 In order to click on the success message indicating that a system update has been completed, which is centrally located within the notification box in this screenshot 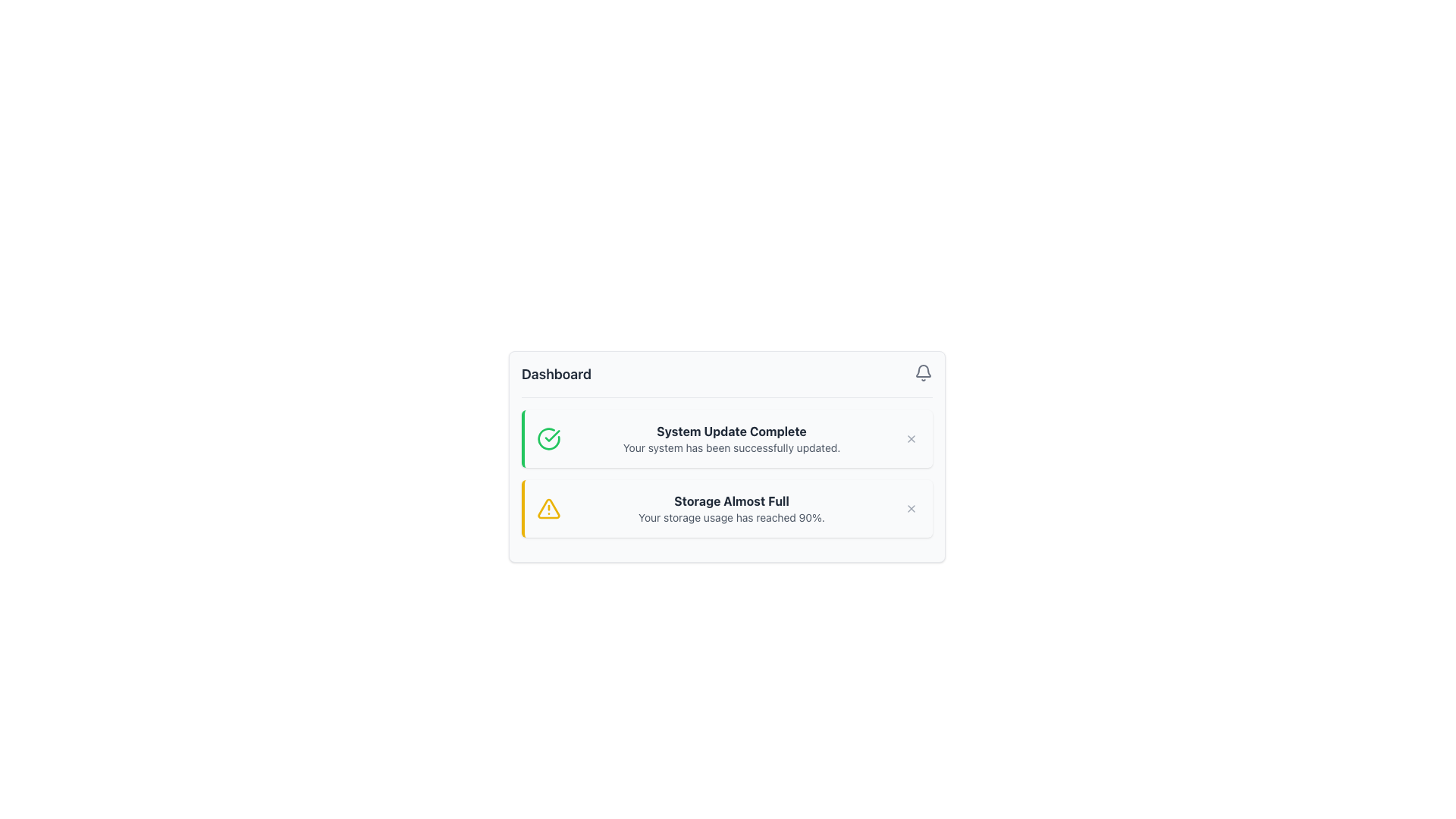, I will do `click(731, 438)`.